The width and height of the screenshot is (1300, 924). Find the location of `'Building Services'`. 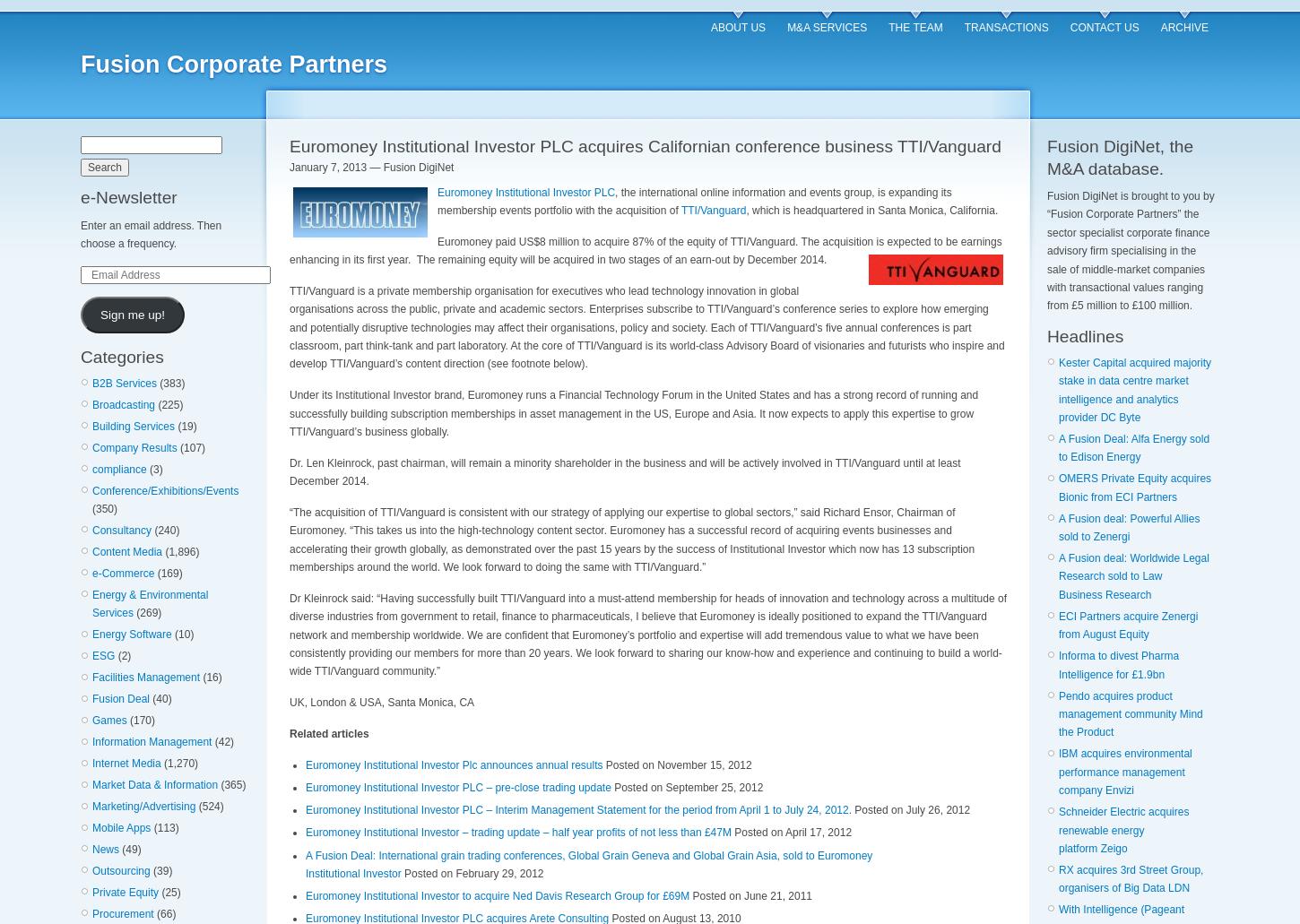

'Building Services' is located at coordinates (133, 425).